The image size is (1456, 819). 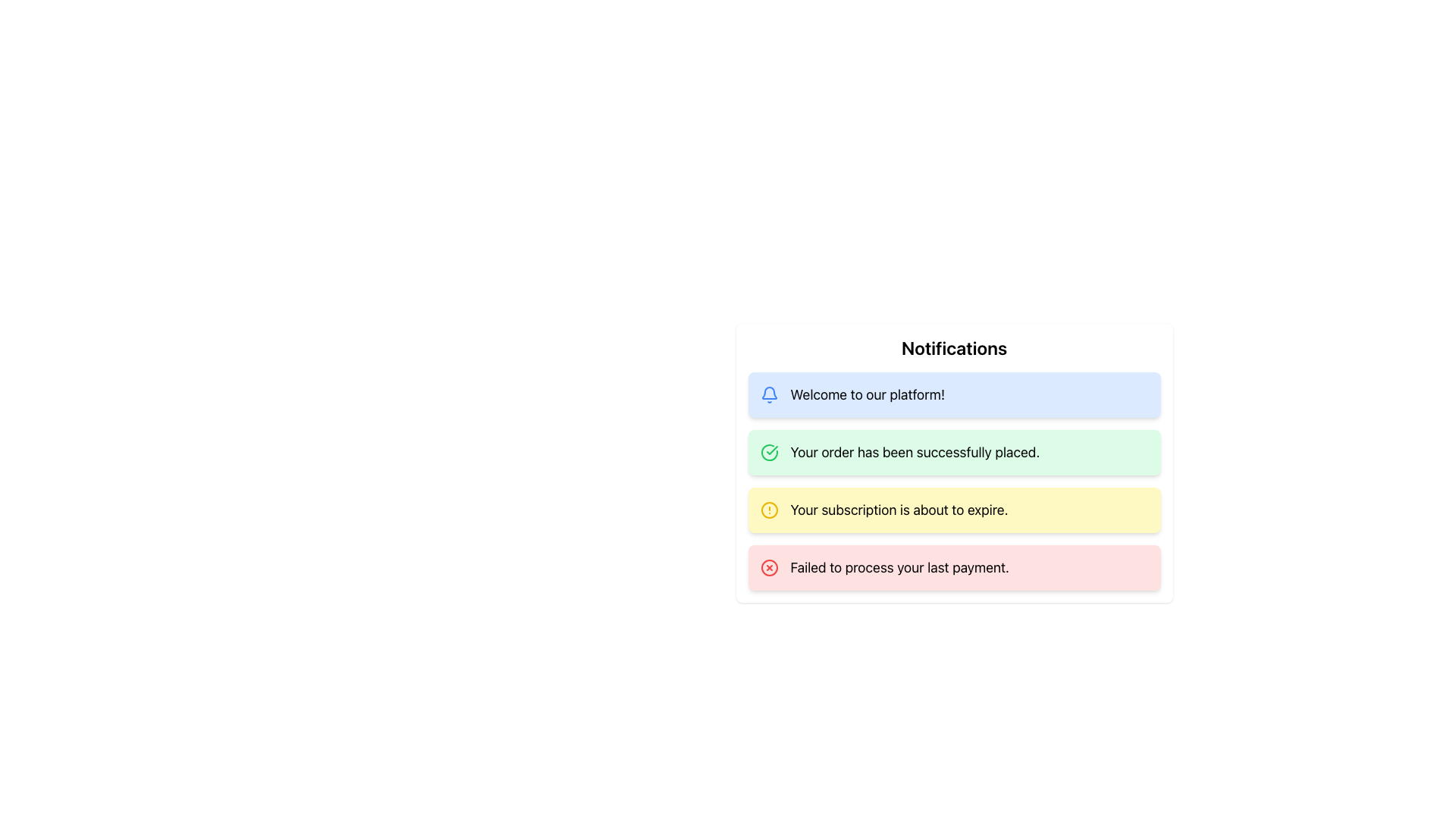 What do you see at coordinates (914, 452) in the screenshot?
I see `static text that displays the message 'Your order has been successfully placed.' within the green alert box positioned as the second notification in the vertical notification list` at bounding box center [914, 452].